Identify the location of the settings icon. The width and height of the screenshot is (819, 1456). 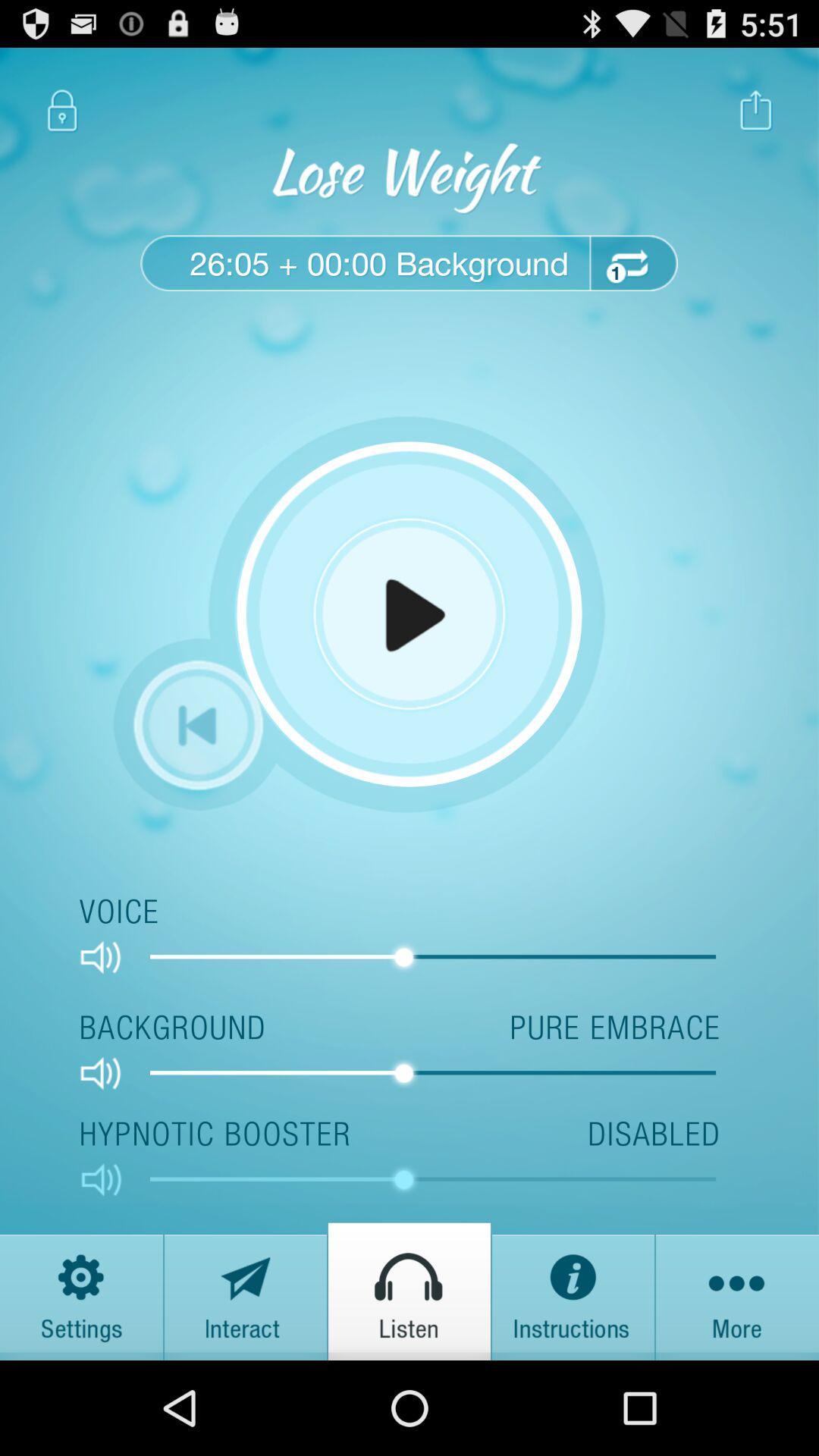
(82, 1381).